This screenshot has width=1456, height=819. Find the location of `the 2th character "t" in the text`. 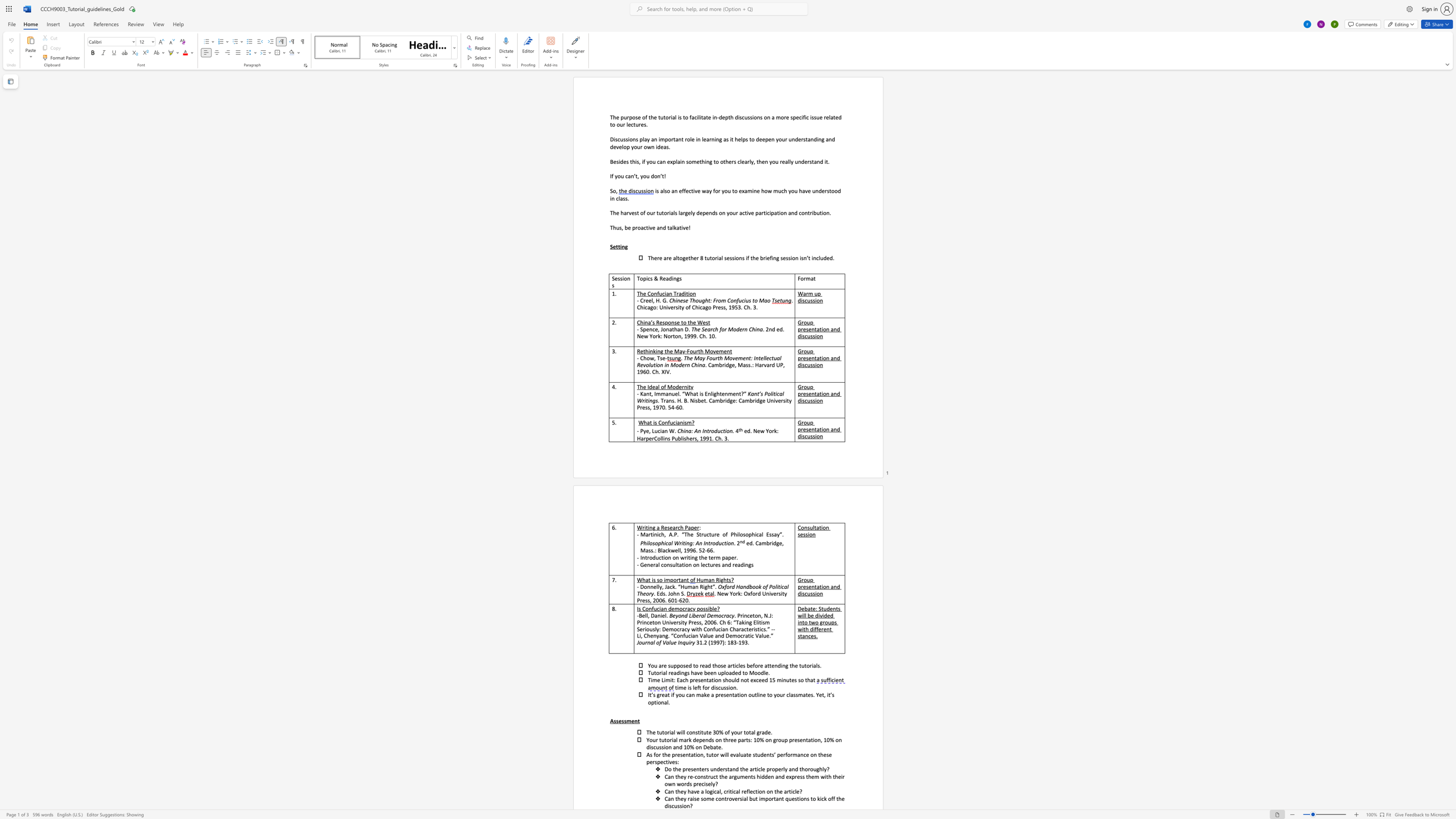

the 2th character "t" in the text is located at coordinates (682, 138).